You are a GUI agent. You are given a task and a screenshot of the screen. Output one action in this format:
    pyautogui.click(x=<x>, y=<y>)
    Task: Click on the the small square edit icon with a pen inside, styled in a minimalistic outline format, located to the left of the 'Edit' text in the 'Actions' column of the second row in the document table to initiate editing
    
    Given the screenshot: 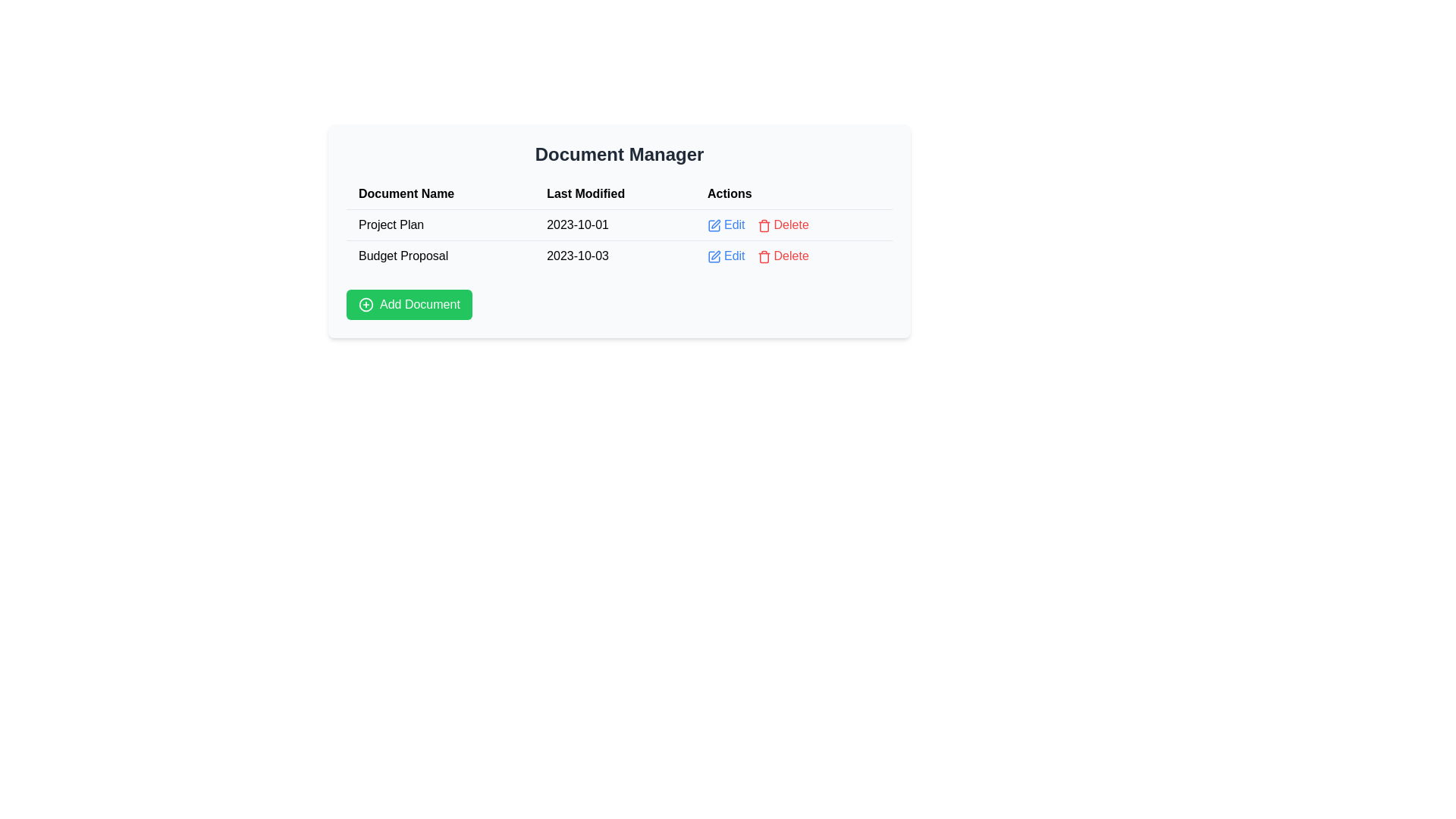 What is the action you would take?
    pyautogui.click(x=713, y=256)
    